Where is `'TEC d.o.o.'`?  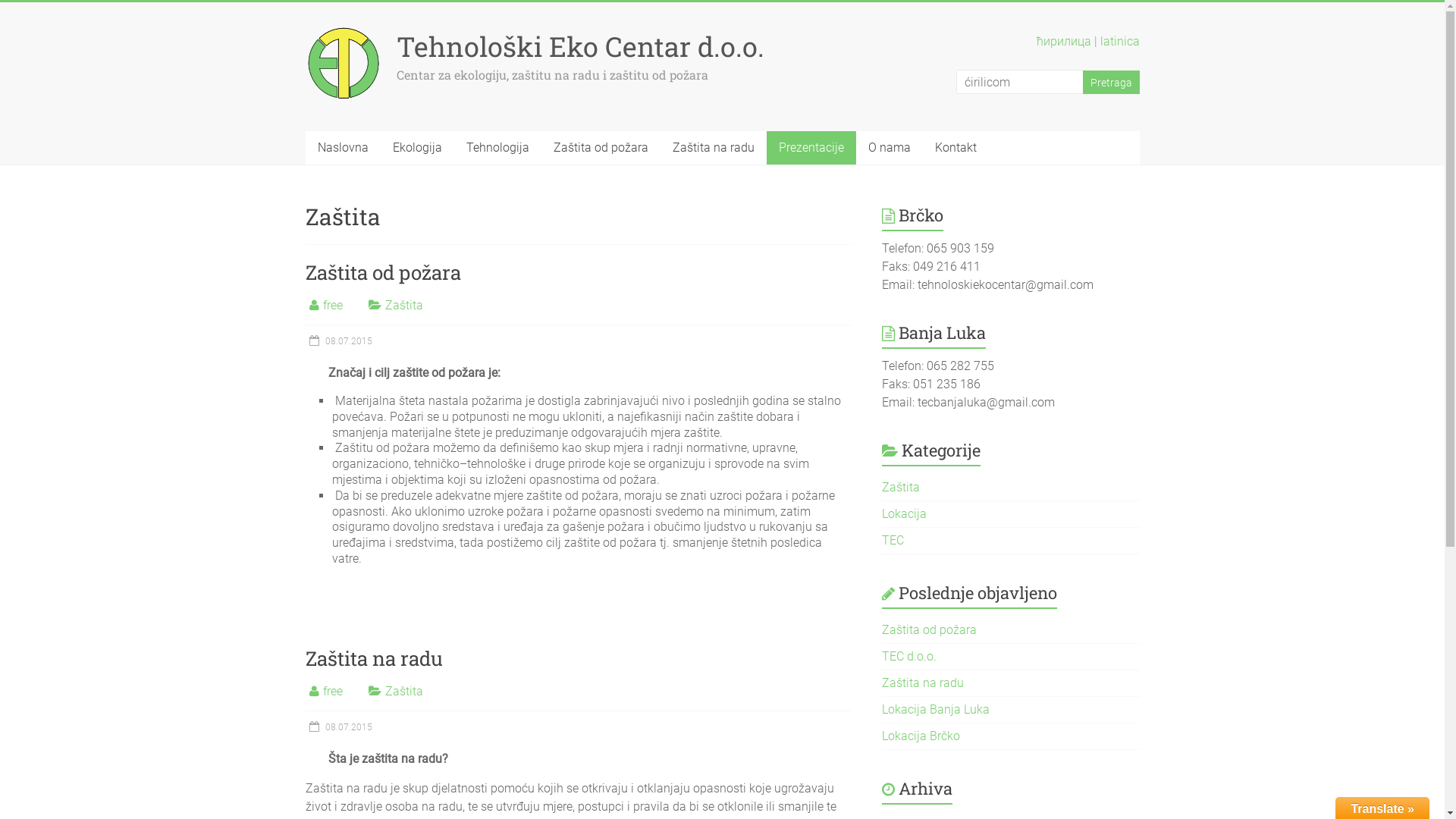 'TEC d.o.o.' is located at coordinates (909, 655).